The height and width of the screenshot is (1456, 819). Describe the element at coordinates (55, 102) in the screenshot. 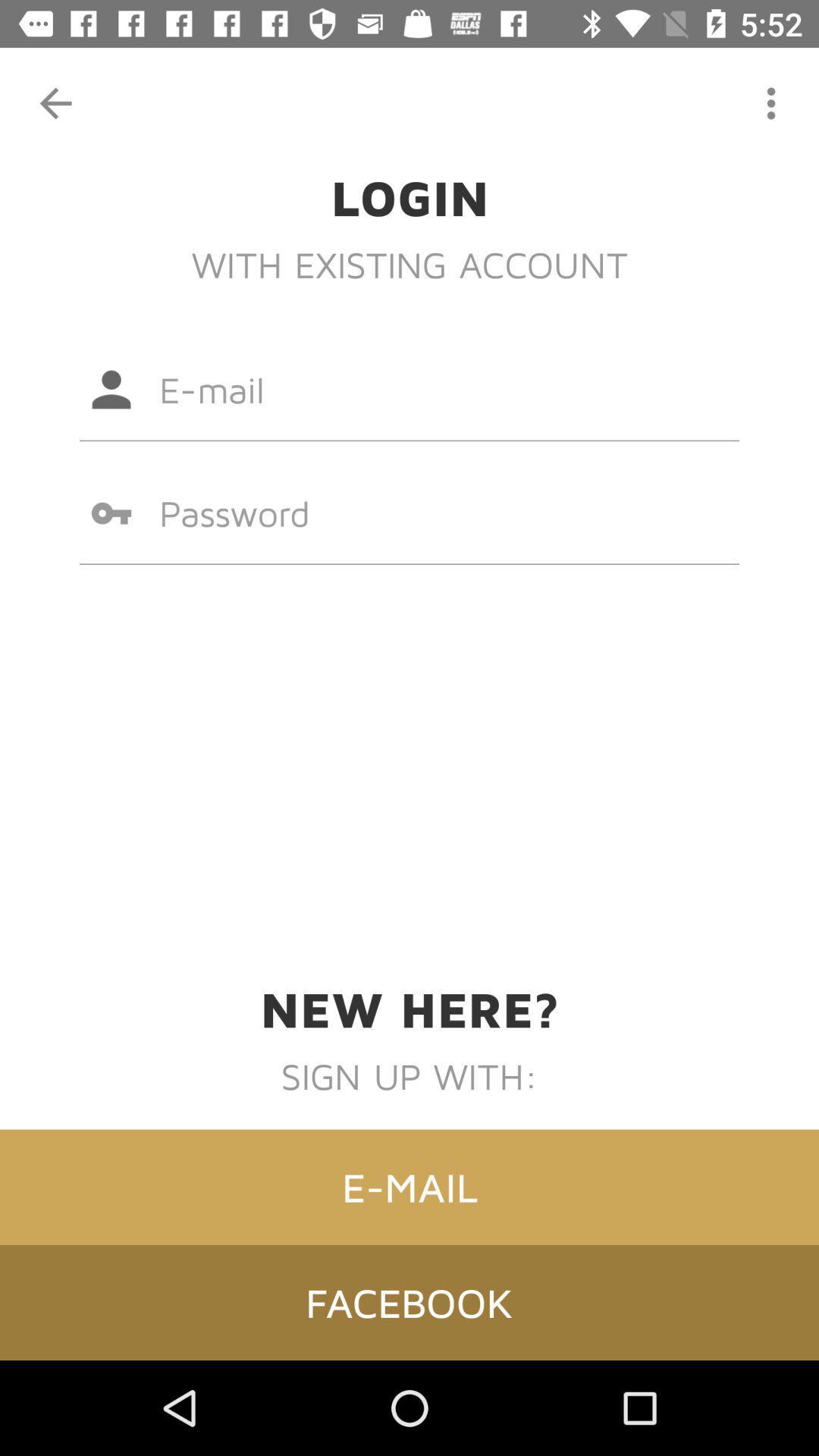

I see `item at the top left corner` at that location.